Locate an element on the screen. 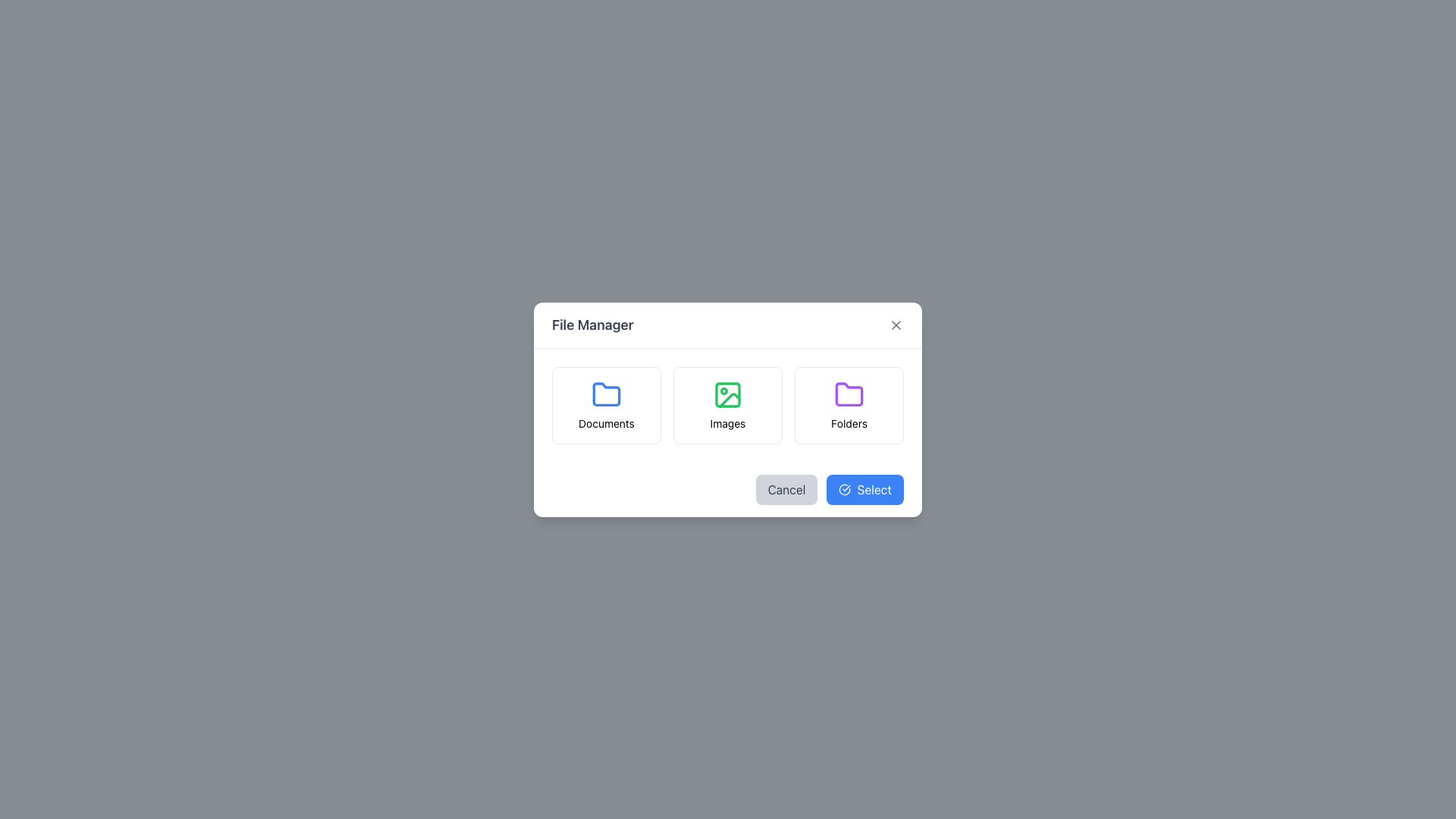 This screenshot has height=819, width=1456. the blue button labeled 'Select' with a checkmark icon is located at coordinates (865, 489).